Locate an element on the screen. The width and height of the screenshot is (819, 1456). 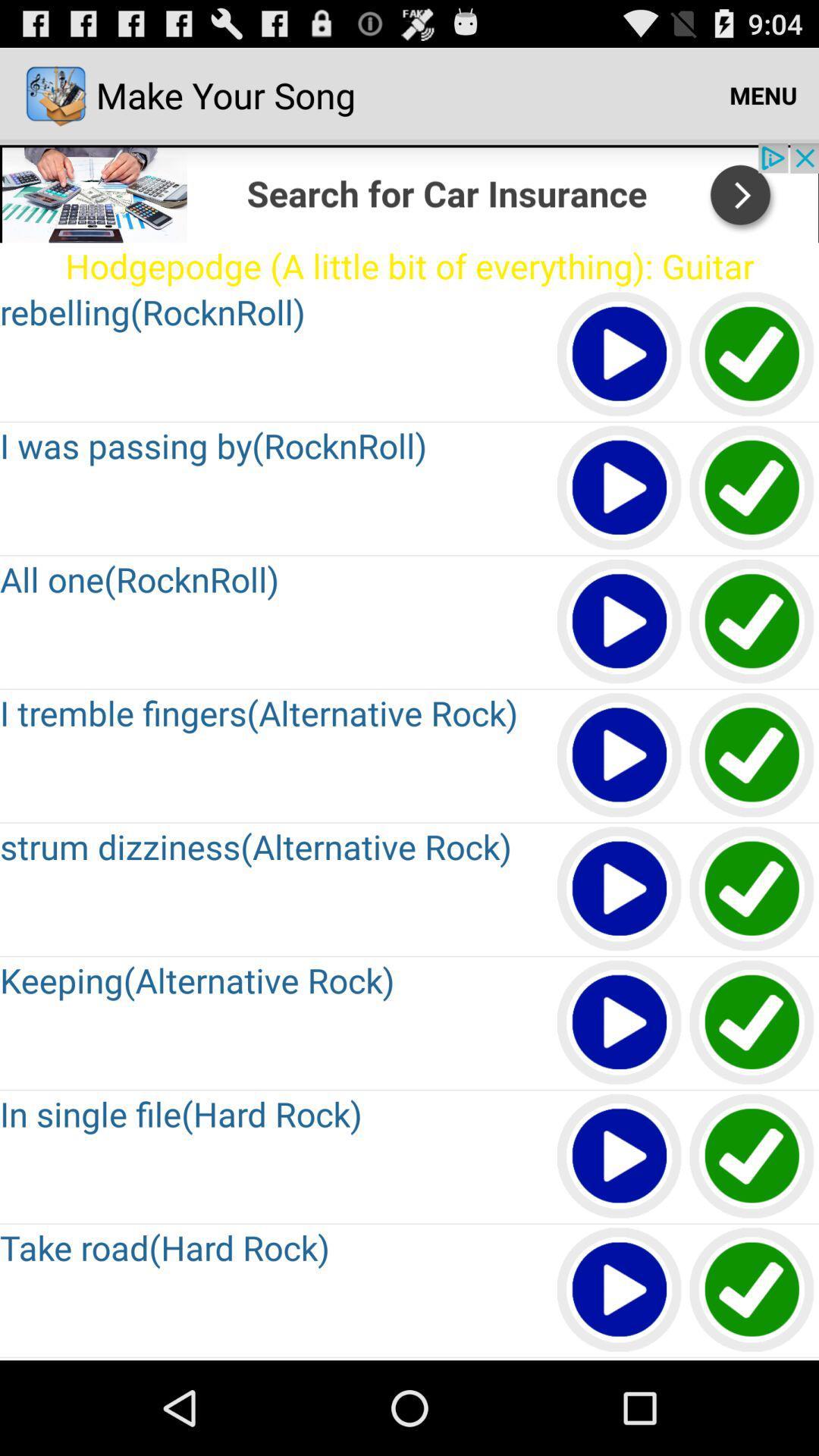
salt is located at coordinates (752, 488).